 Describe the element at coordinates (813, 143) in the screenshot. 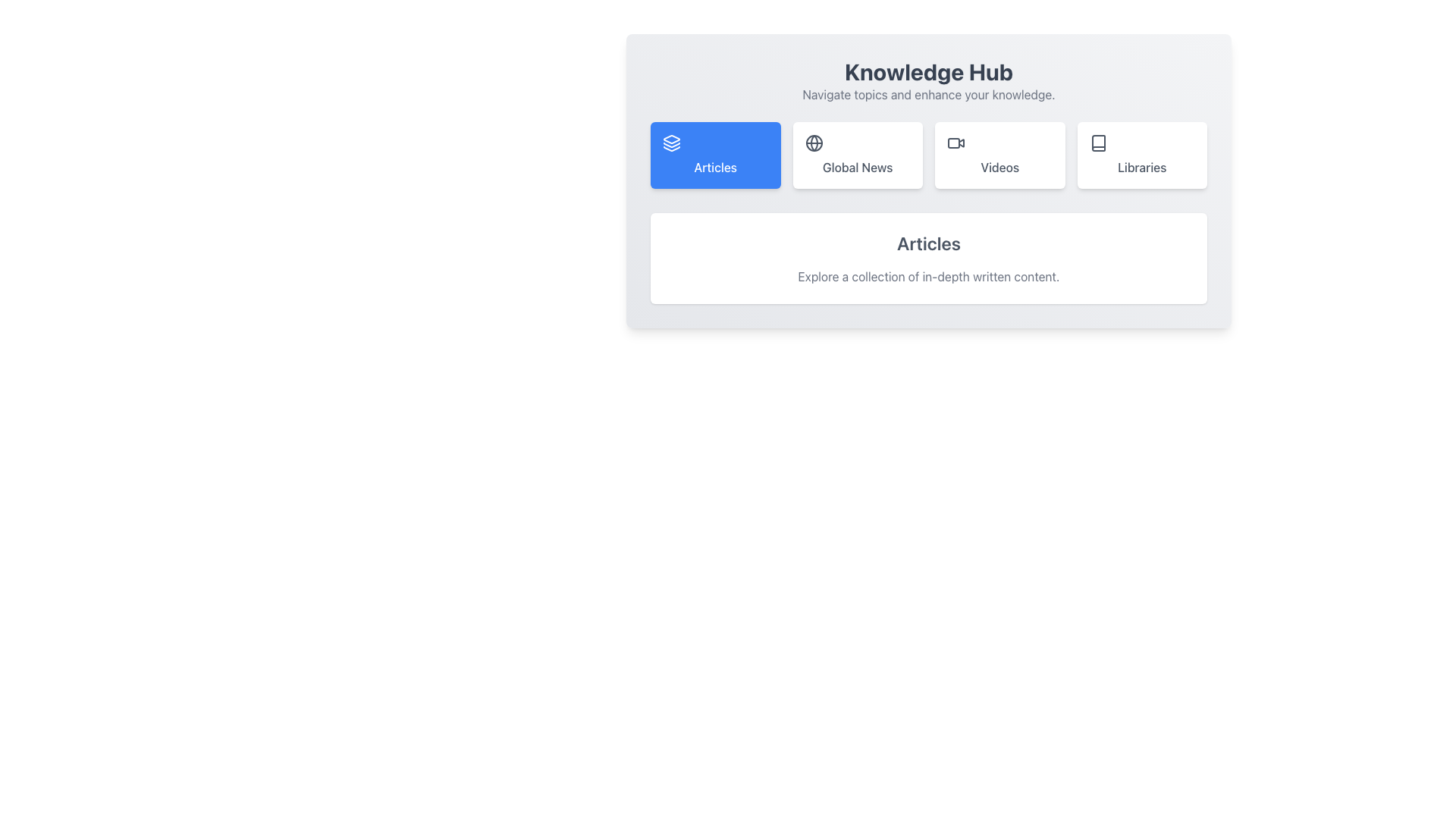

I see `the globe icon representing international news content located within the 'Global News' button, positioned between 'Articles' and 'Videos'` at that location.